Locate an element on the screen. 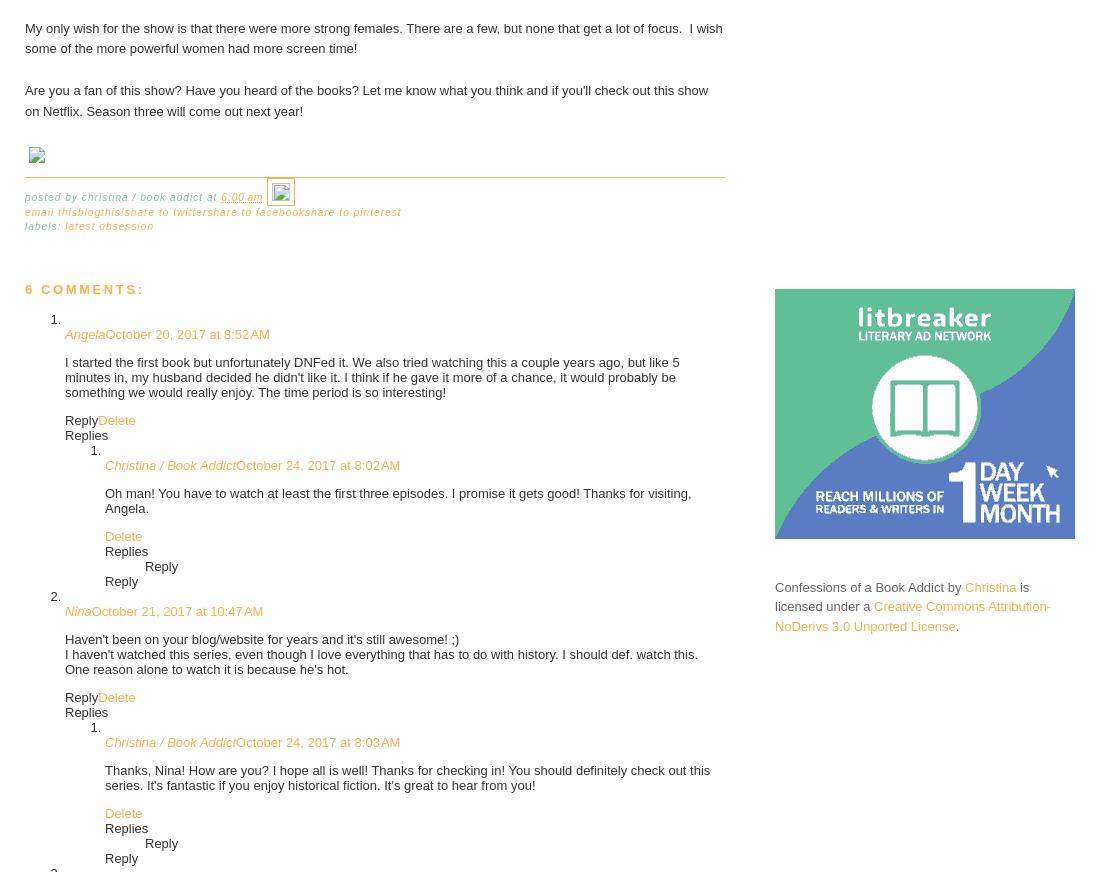 Image resolution: width=1100 pixels, height=872 pixels. 'Creative Commons Attribution-NoDerivs 3.0 Unported License' is located at coordinates (913, 615).